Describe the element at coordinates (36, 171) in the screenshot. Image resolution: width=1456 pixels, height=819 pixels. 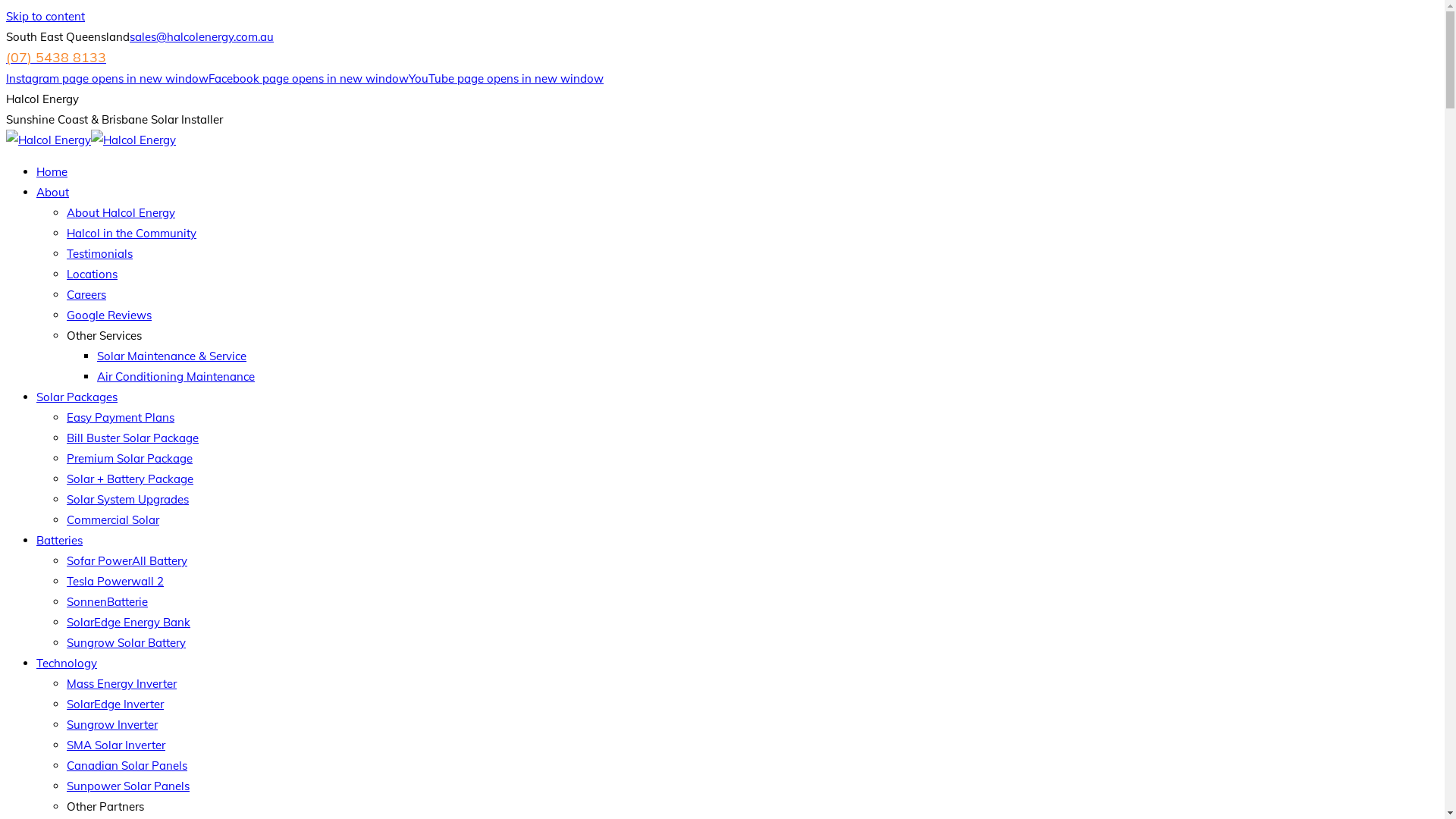
I see `'Home'` at that location.